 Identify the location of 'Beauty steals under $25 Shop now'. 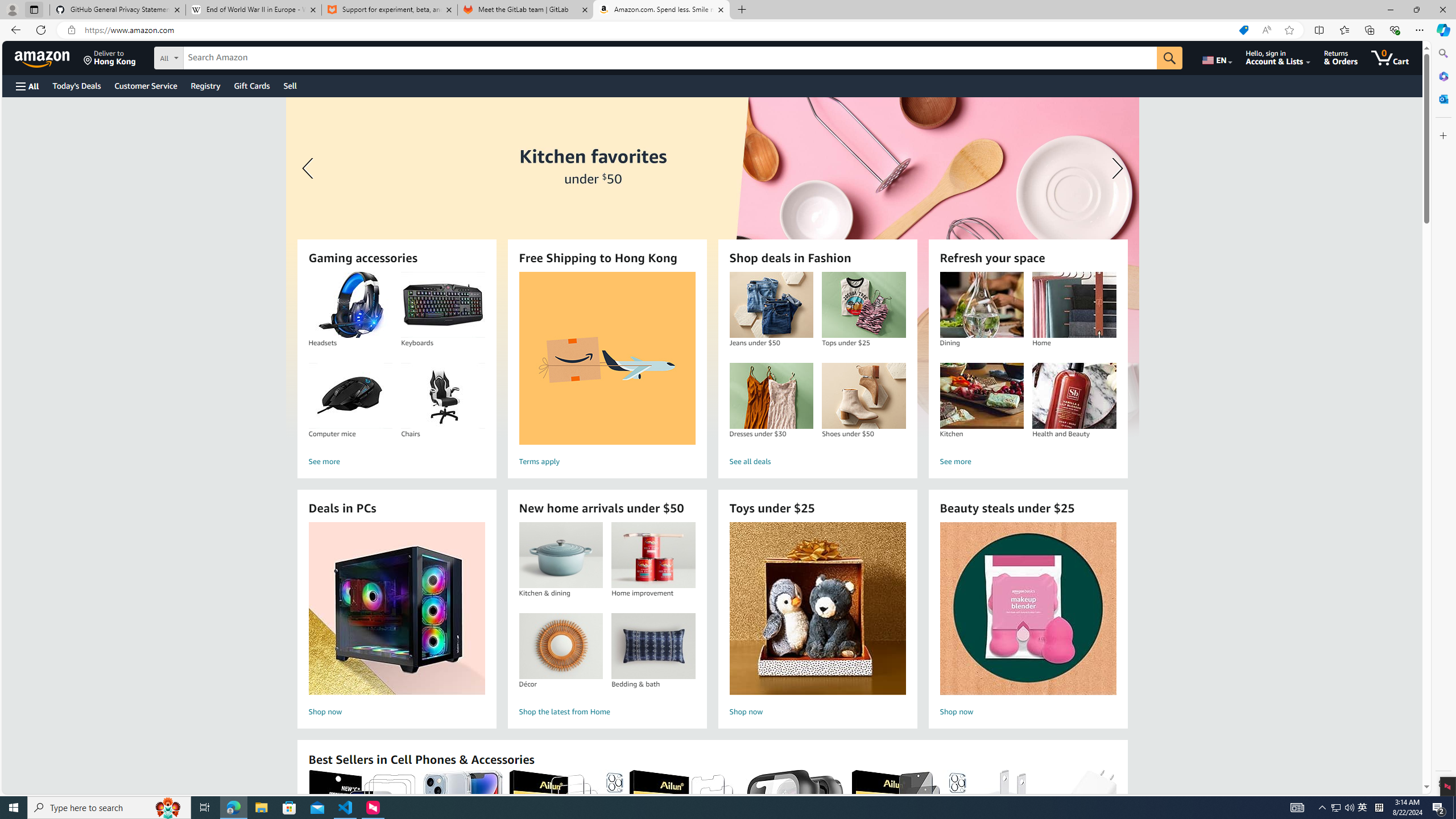
(1028, 621).